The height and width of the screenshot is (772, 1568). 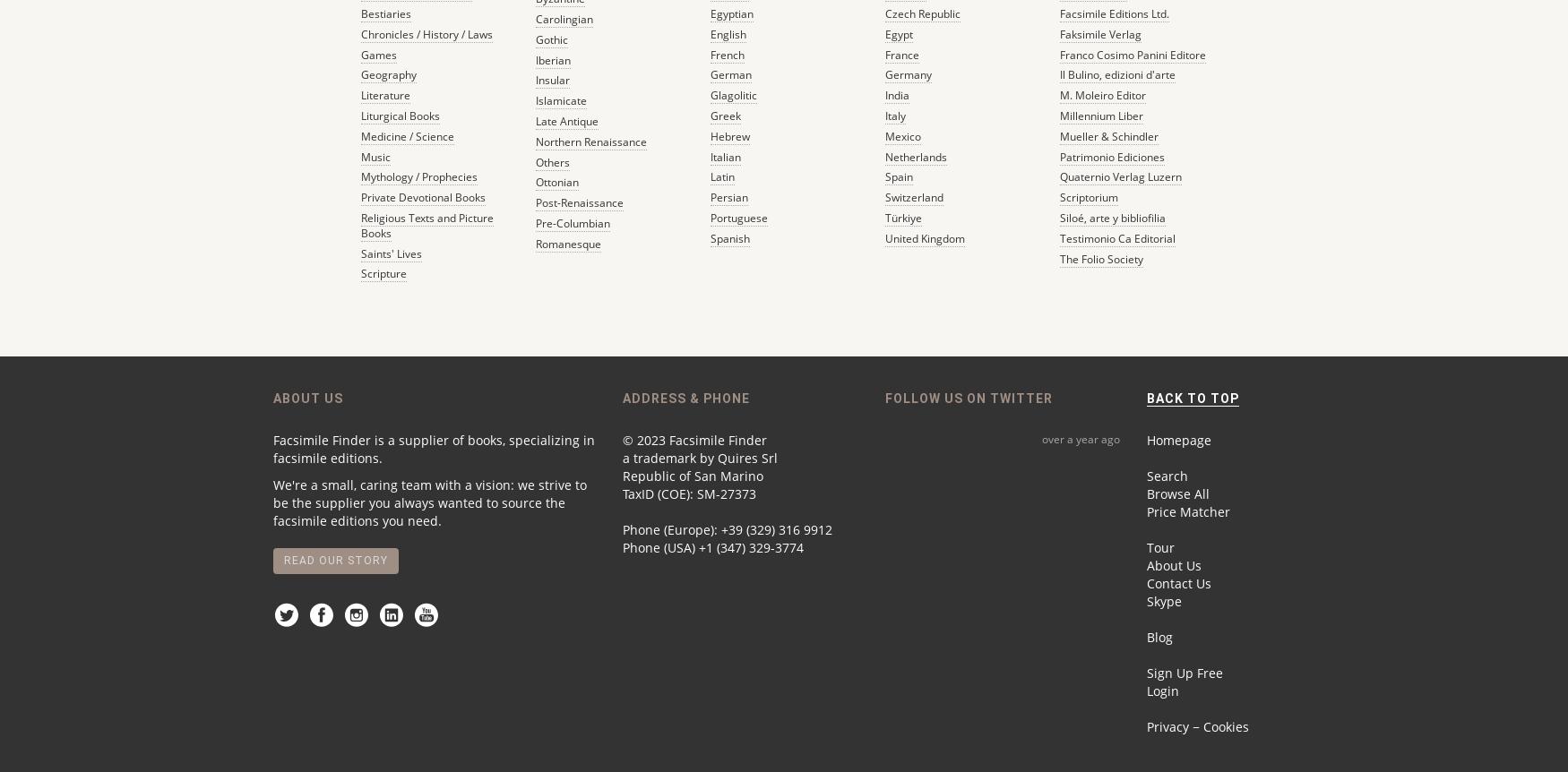 What do you see at coordinates (389, 252) in the screenshot?
I see `'Saints' Lives'` at bounding box center [389, 252].